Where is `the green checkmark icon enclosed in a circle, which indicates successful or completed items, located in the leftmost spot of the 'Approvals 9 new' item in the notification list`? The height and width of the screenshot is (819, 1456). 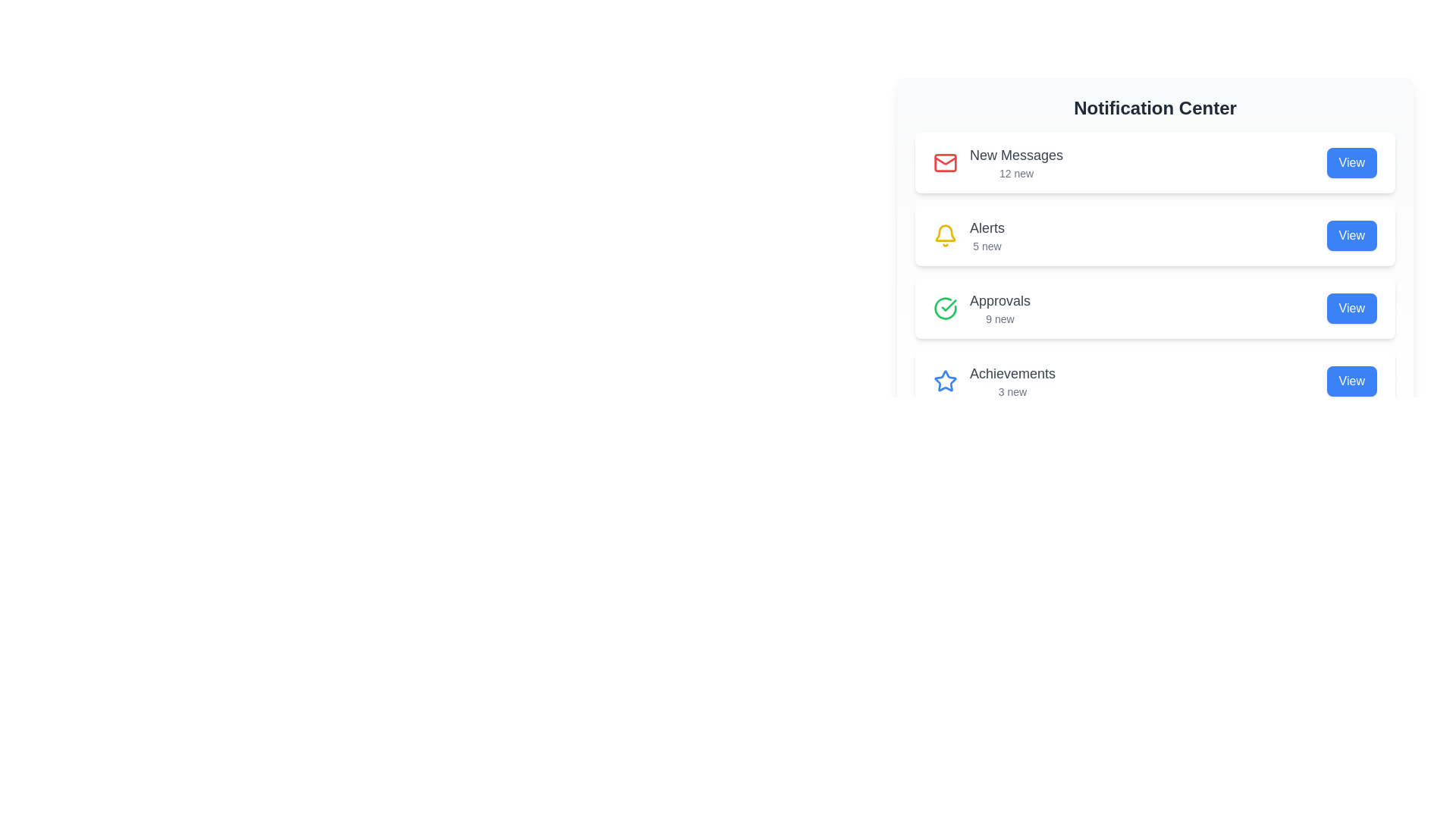 the green checkmark icon enclosed in a circle, which indicates successful or completed items, located in the leftmost spot of the 'Approvals 9 new' item in the notification list is located at coordinates (945, 308).